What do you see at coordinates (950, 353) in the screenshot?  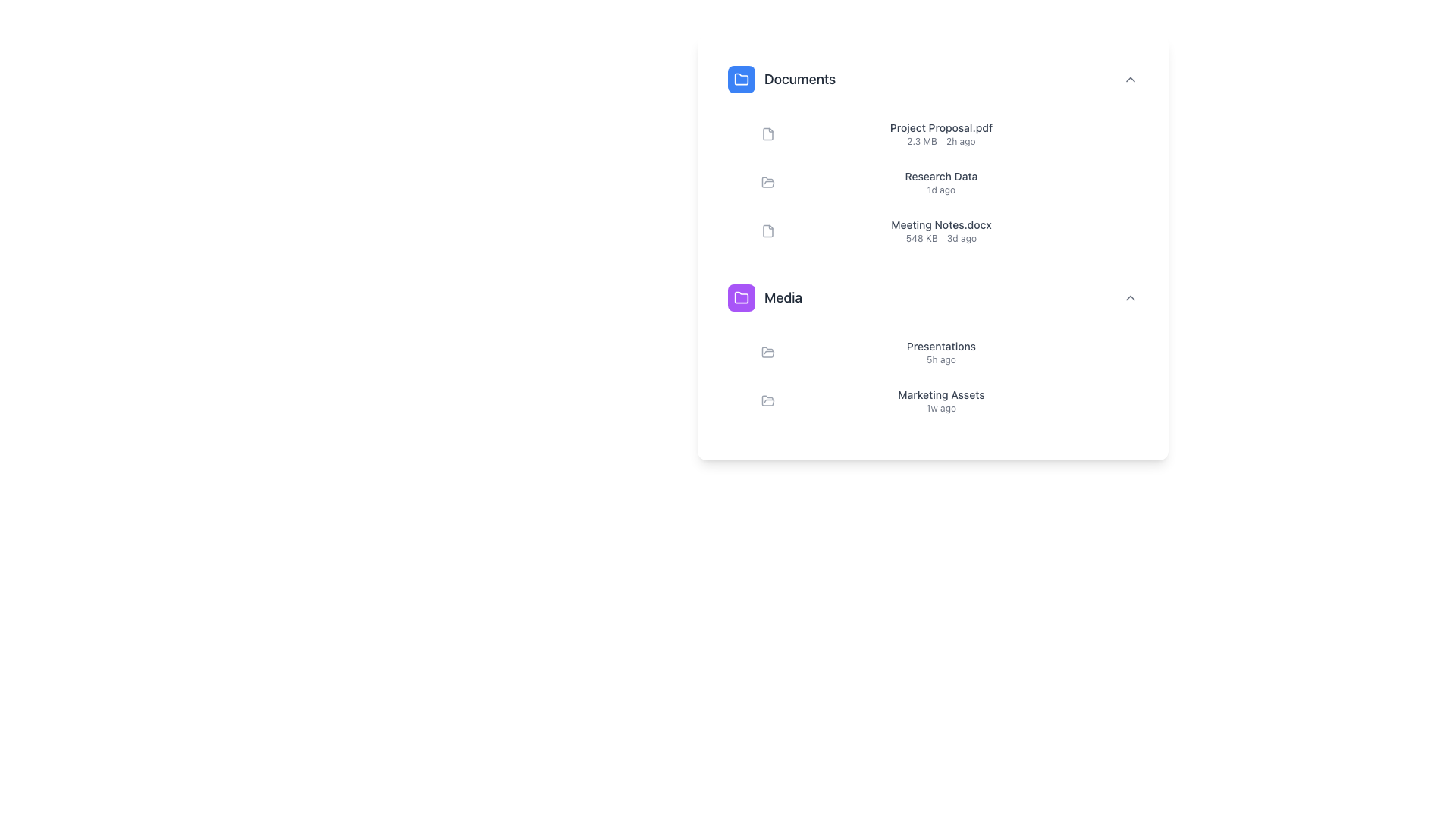 I see `the first list item in the 'Media' section, which contains a folder icon and the text 'Presentations'` at bounding box center [950, 353].